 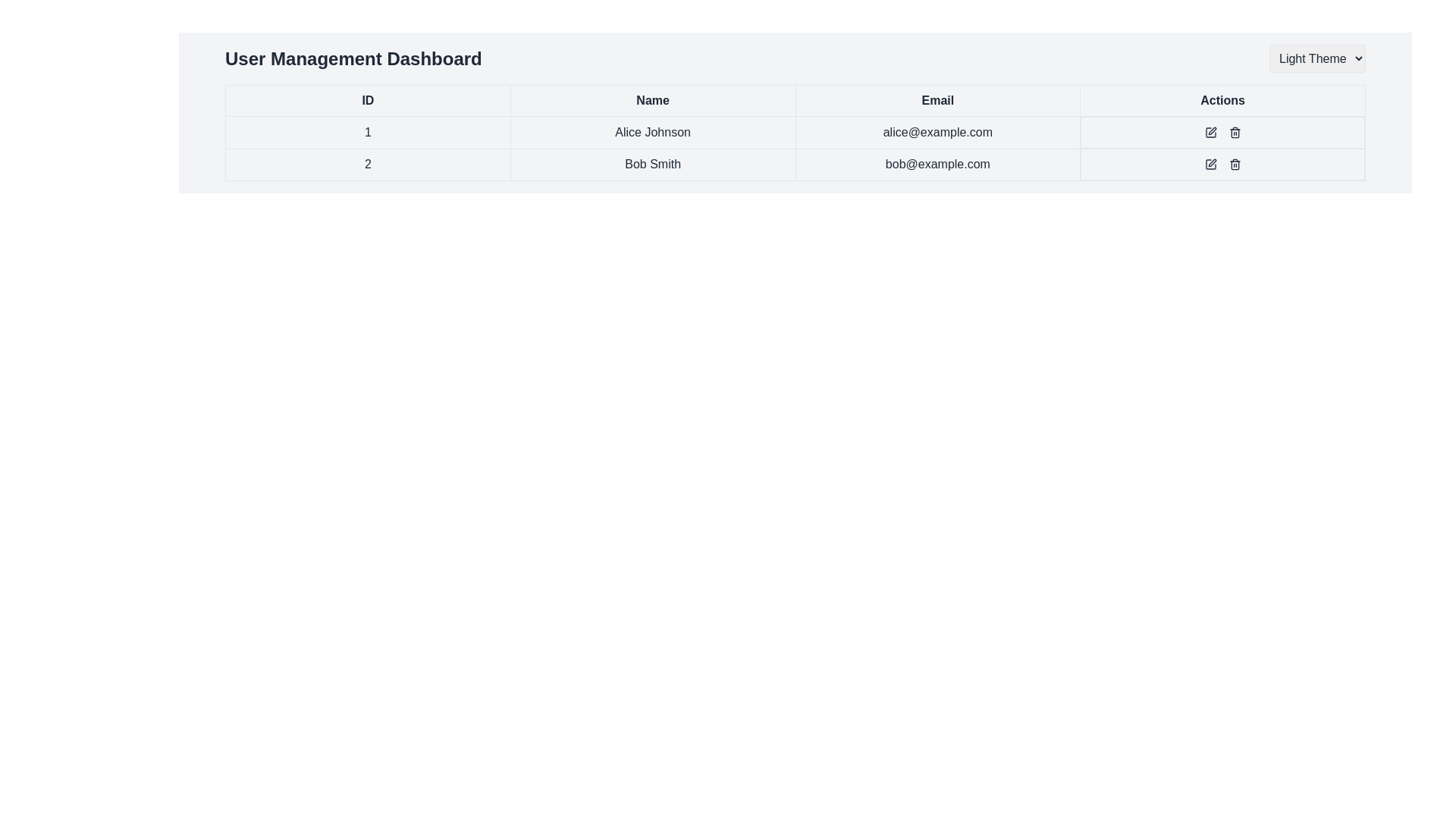 What do you see at coordinates (1210, 164) in the screenshot?
I see `the pen icon button in the 'Actions' column of the user management table, located next to the email 'bob@example.com'` at bounding box center [1210, 164].